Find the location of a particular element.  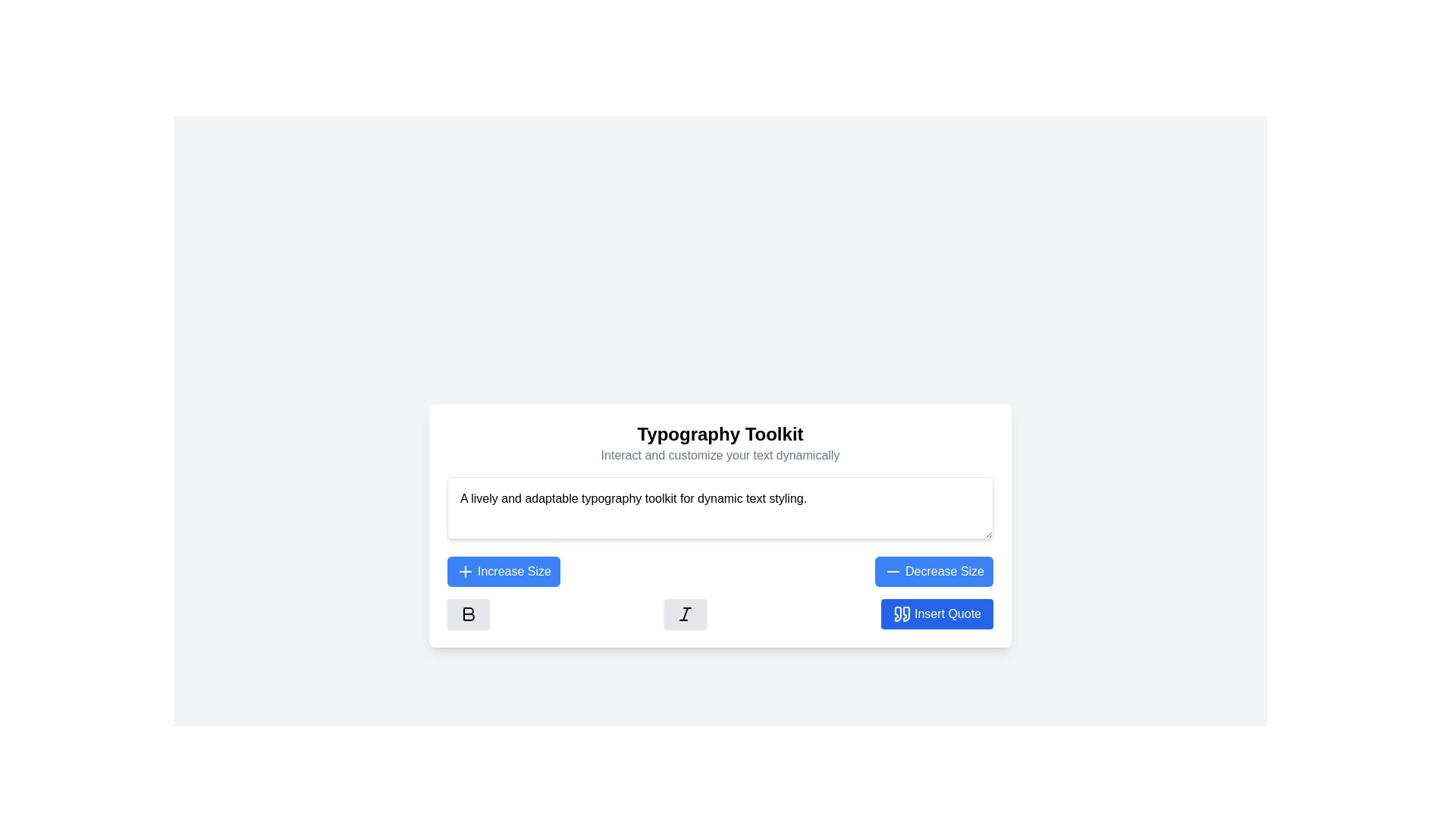

the Text label that provides additional information below the header 'Typography Toolkit' is located at coordinates (720, 454).